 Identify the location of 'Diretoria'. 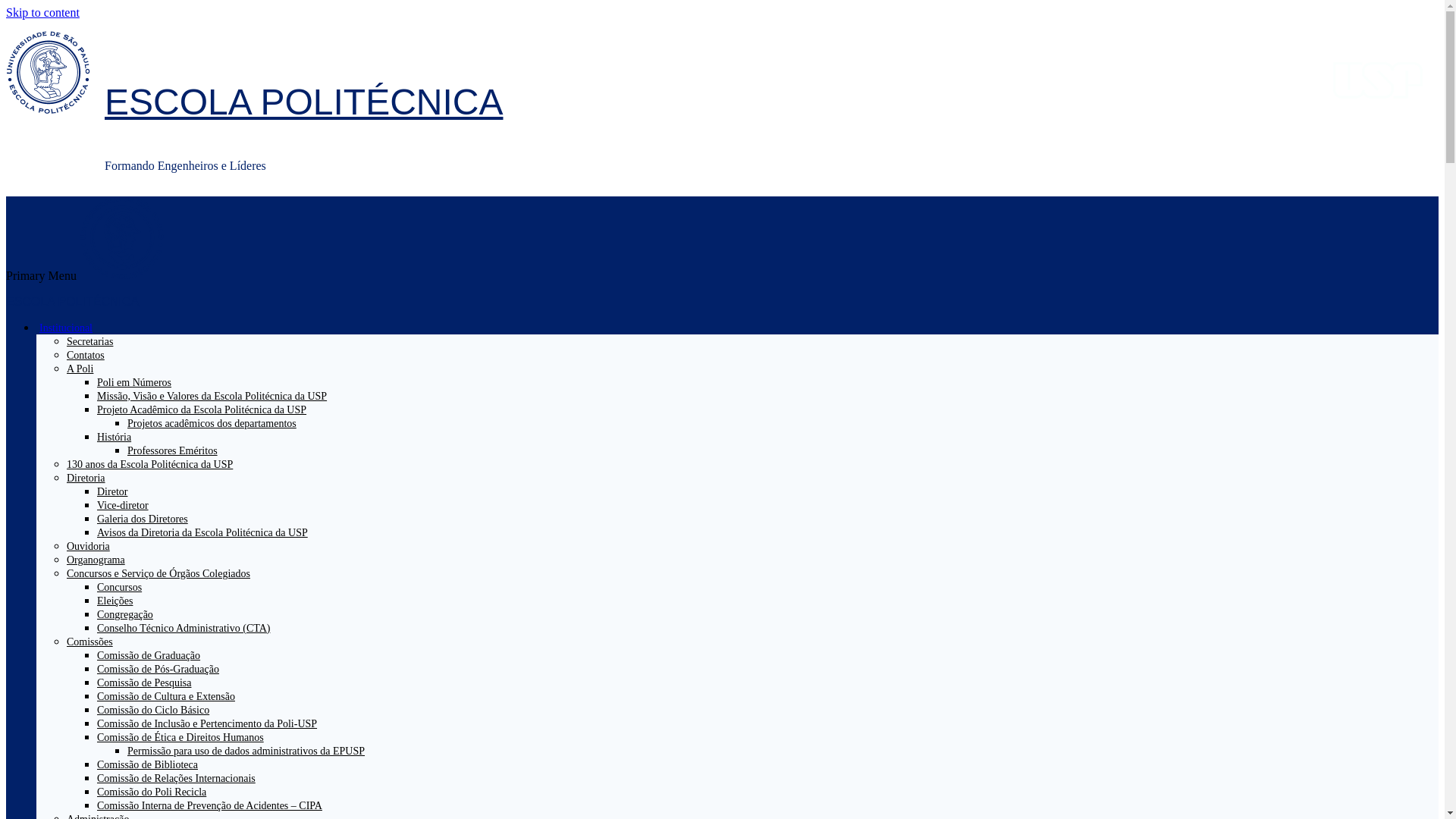
(91, 478).